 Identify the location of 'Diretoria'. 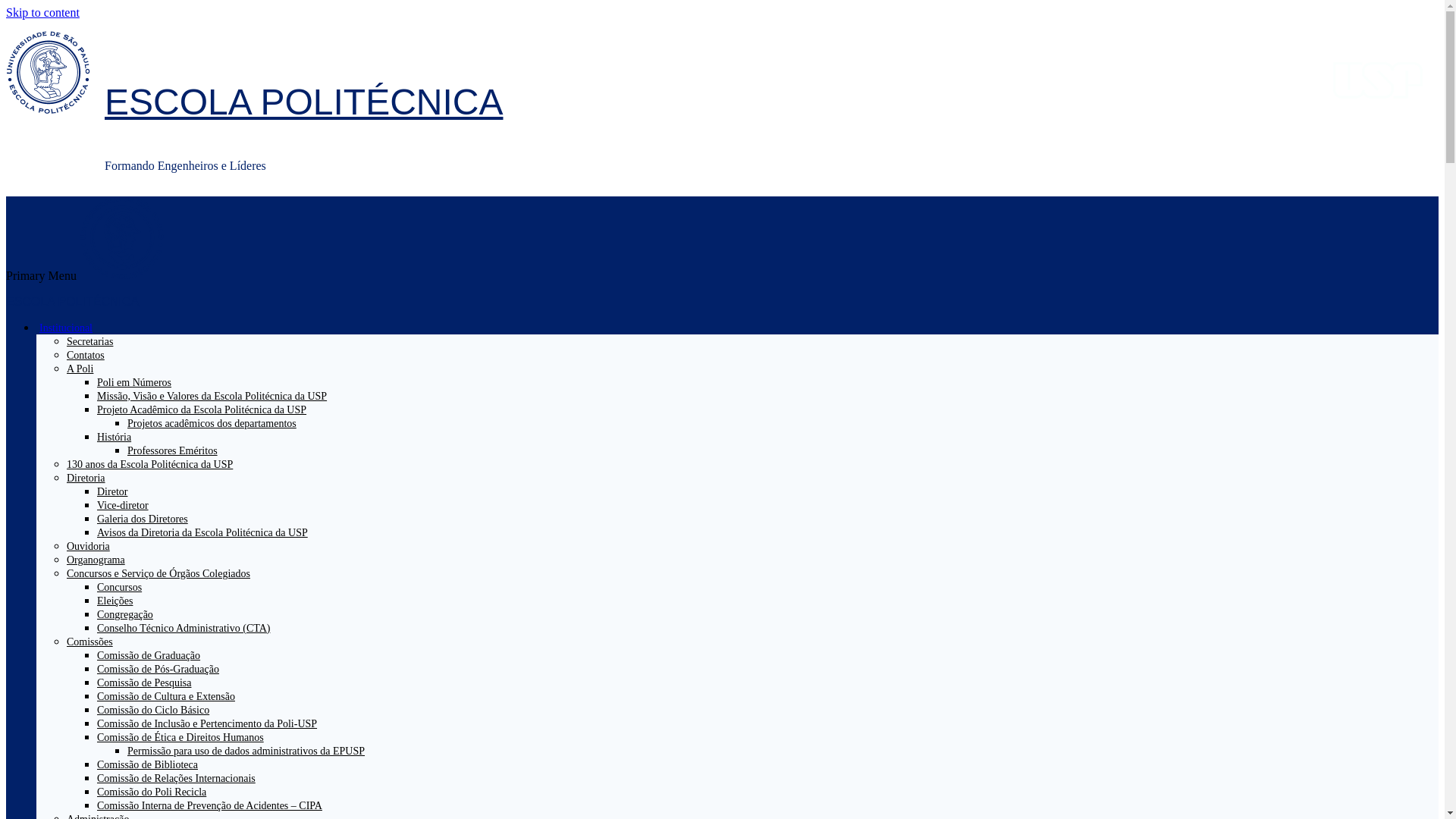
(91, 478).